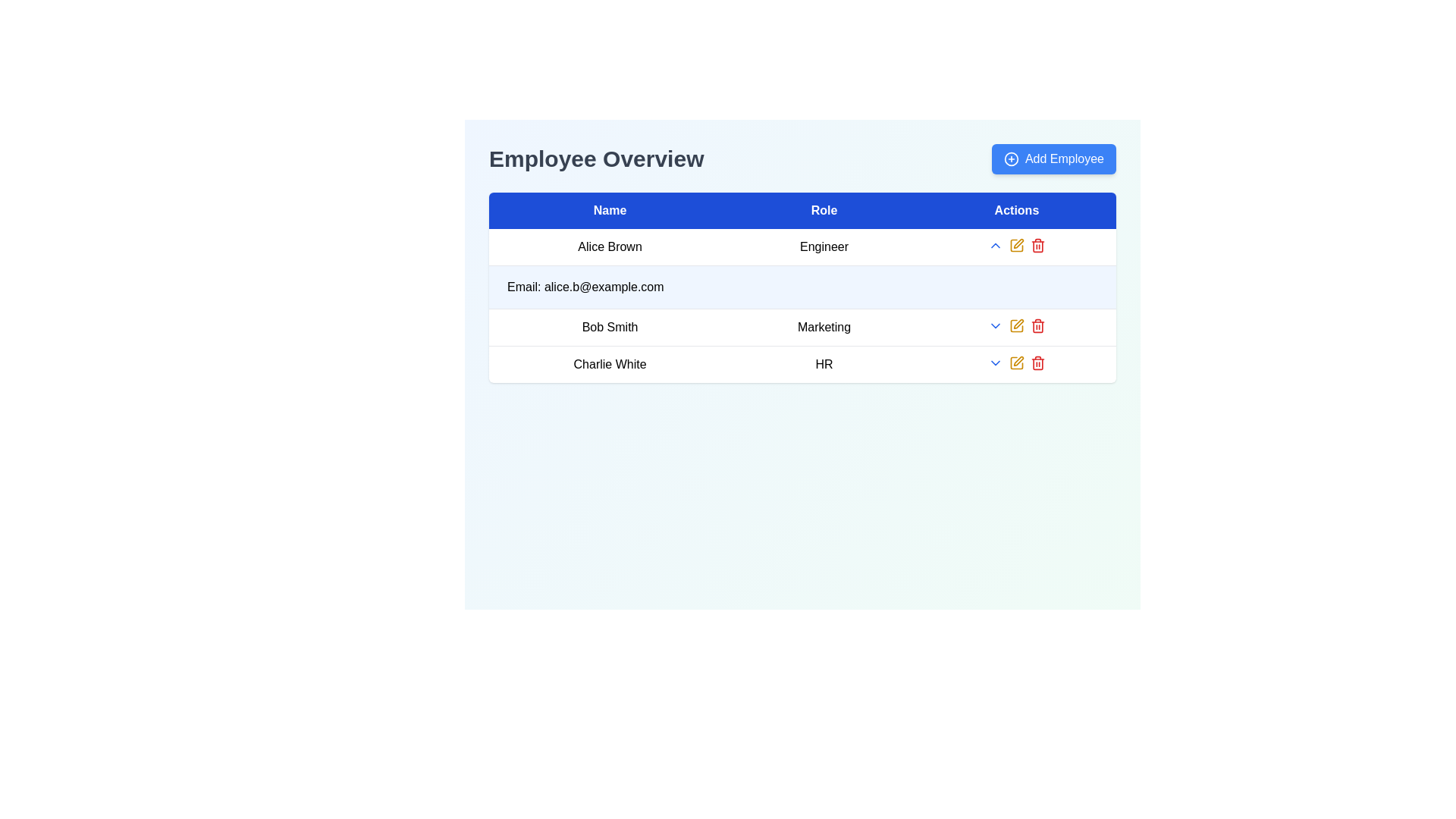  What do you see at coordinates (1016, 325) in the screenshot?
I see `the action icons in the menu located in the 'Actions' column of the 'Employee Overview' table for 'Bob Smith' in the 'Marketing' department` at bounding box center [1016, 325].